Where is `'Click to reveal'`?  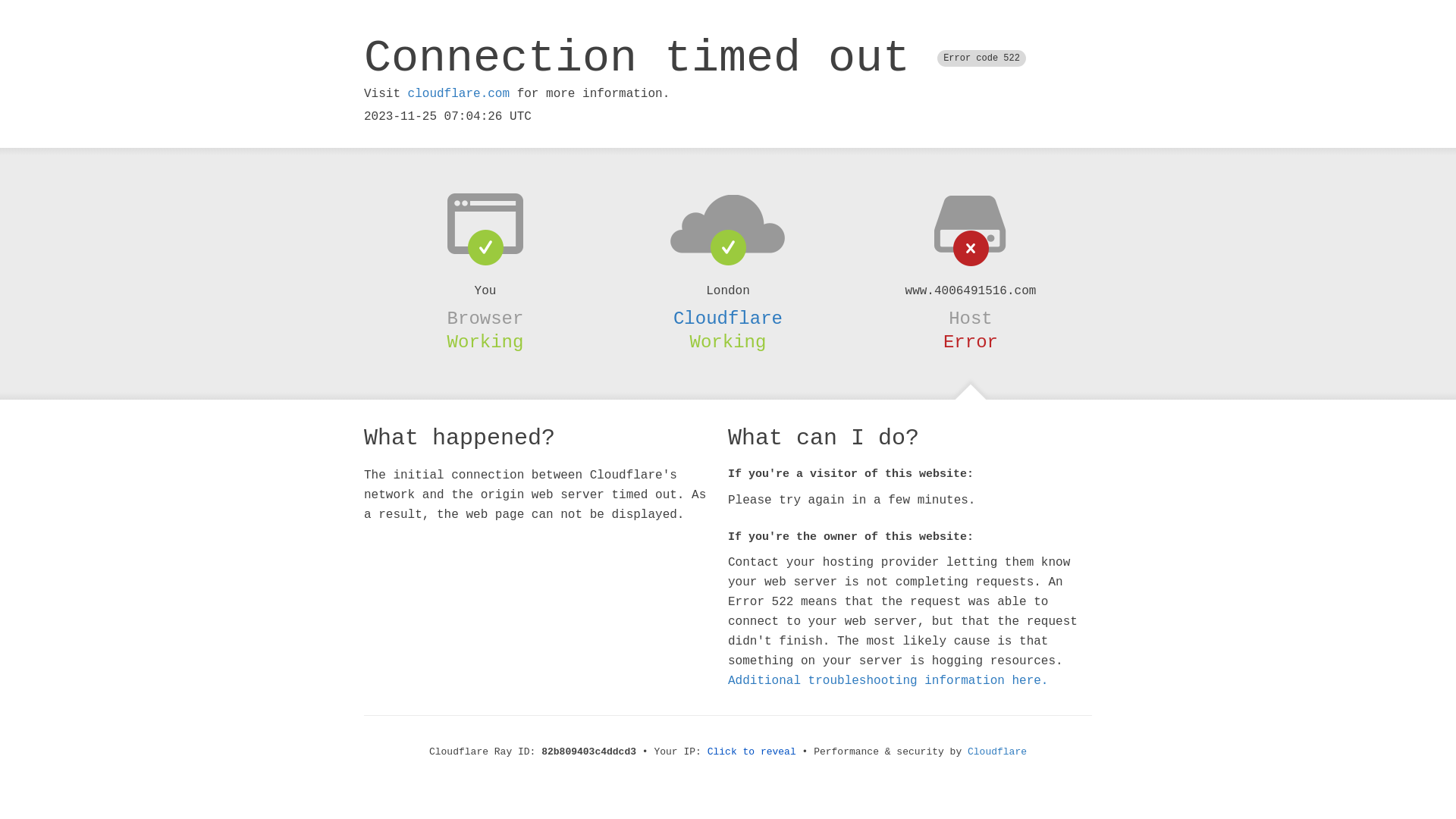
'Click to reveal' is located at coordinates (752, 752).